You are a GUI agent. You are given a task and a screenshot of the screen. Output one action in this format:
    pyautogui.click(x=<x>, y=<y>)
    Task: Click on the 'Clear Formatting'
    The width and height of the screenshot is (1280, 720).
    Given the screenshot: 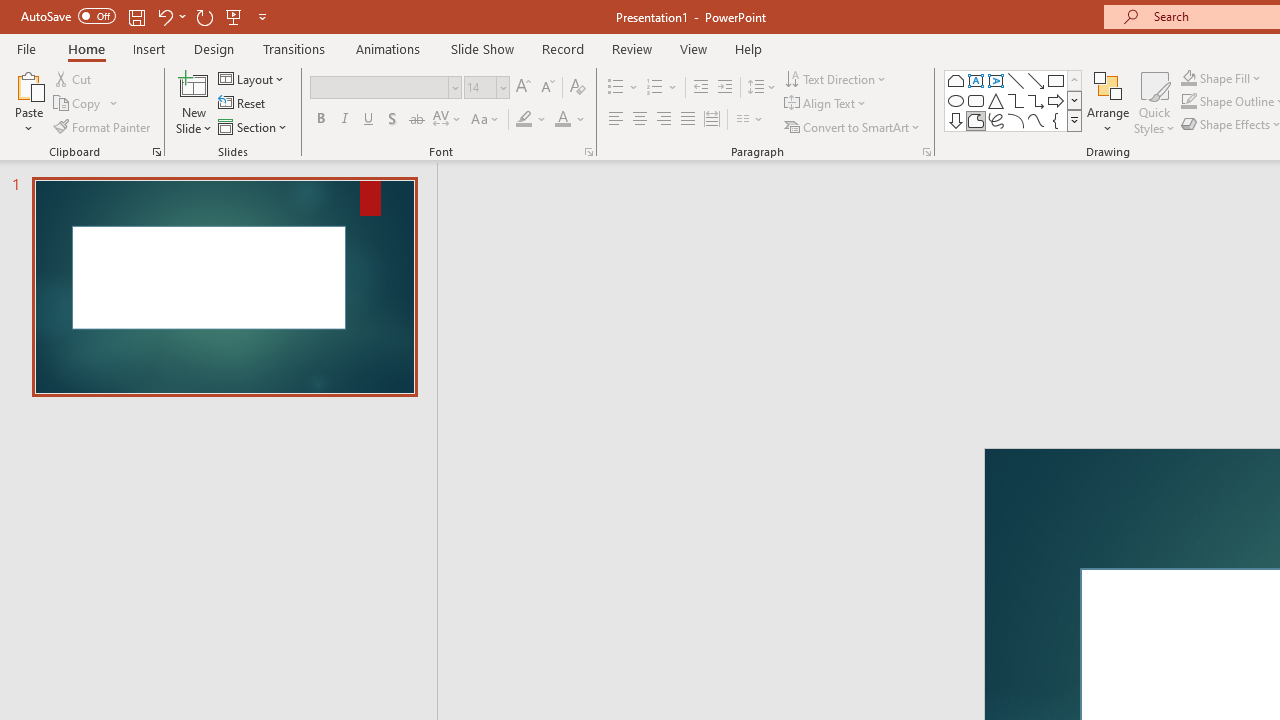 What is the action you would take?
    pyautogui.click(x=576, y=86)
    